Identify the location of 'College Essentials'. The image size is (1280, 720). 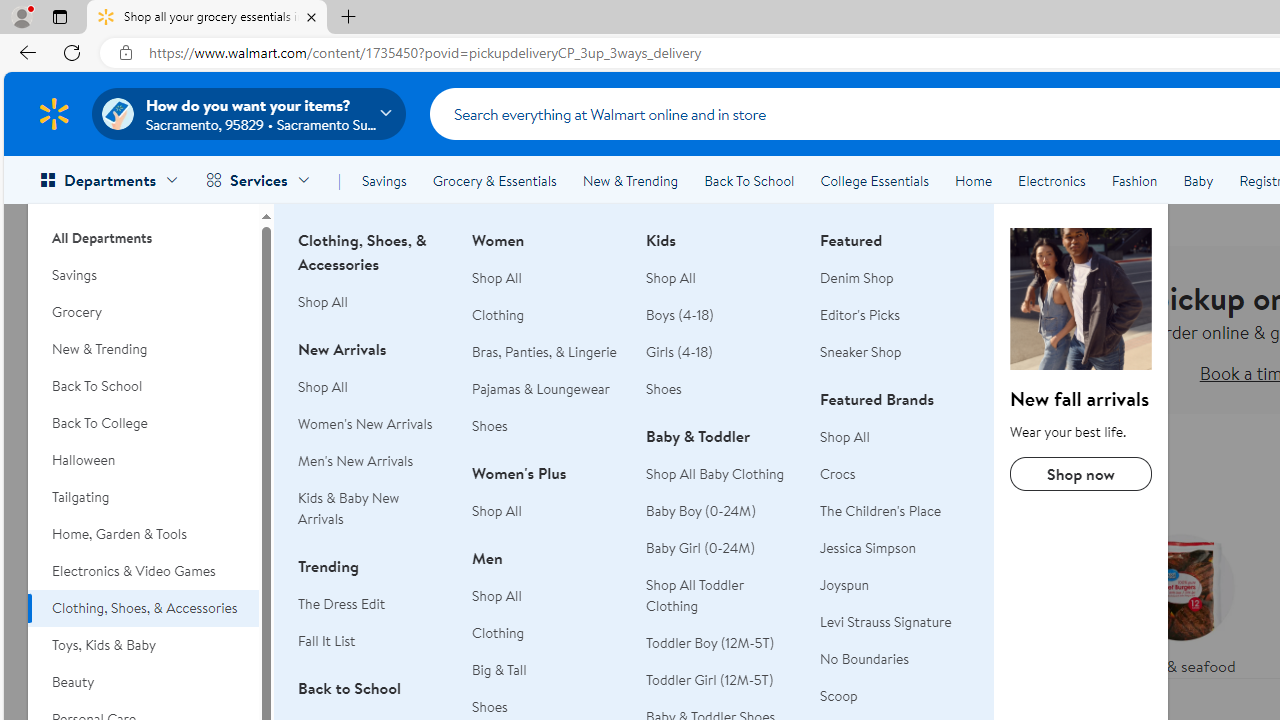
(874, 181).